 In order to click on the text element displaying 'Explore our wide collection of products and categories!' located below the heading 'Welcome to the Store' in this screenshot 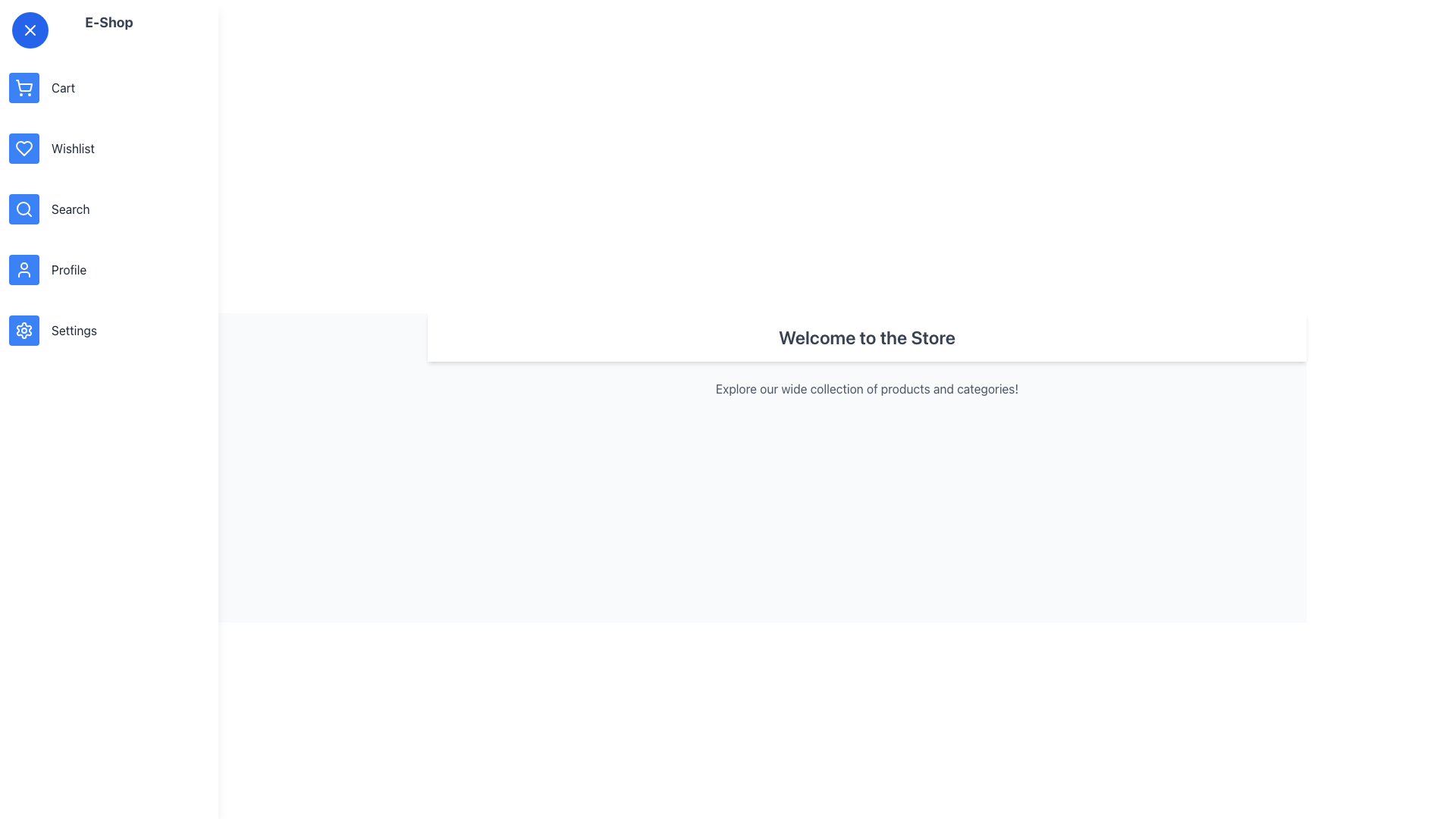, I will do `click(867, 388)`.